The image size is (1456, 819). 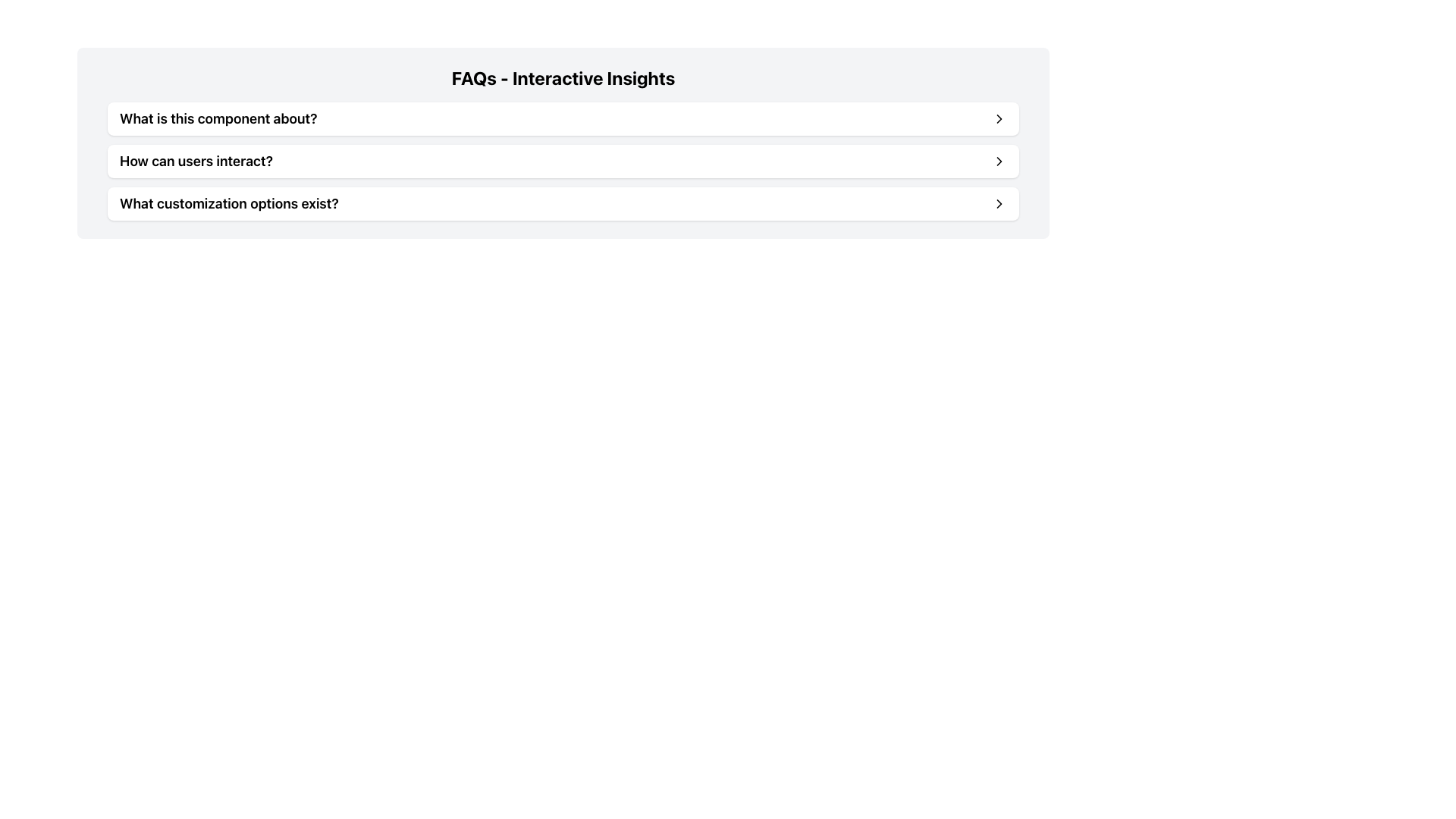 What do you see at coordinates (999, 161) in the screenshot?
I see `the rightward-facing chevron SVG icon located within the button labeled 'How can users interact?'` at bounding box center [999, 161].